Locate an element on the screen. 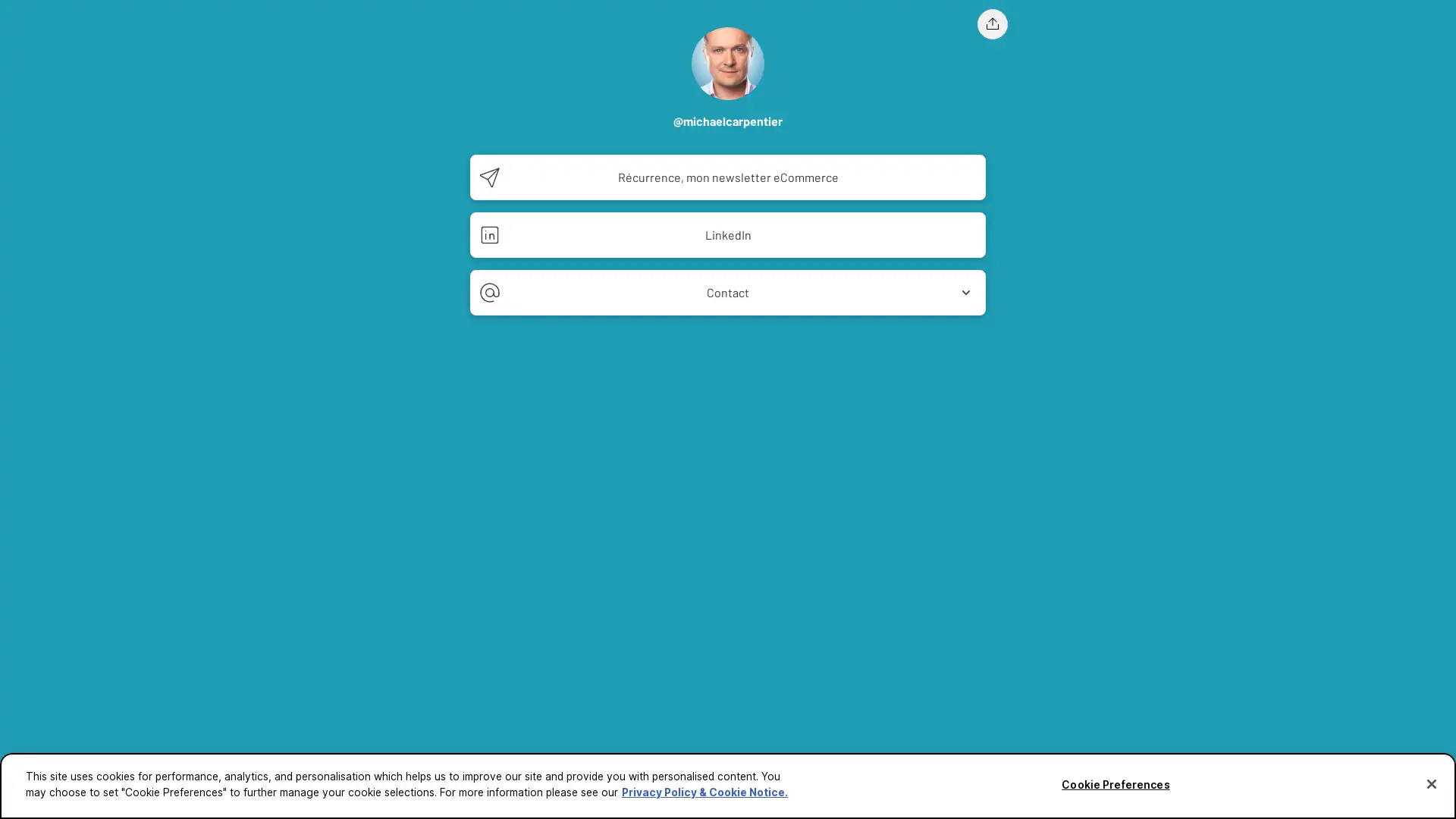 Image resolution: width=1456 pixels, height=819 pixels. Contact Expand is located at coordinates (728, 292).